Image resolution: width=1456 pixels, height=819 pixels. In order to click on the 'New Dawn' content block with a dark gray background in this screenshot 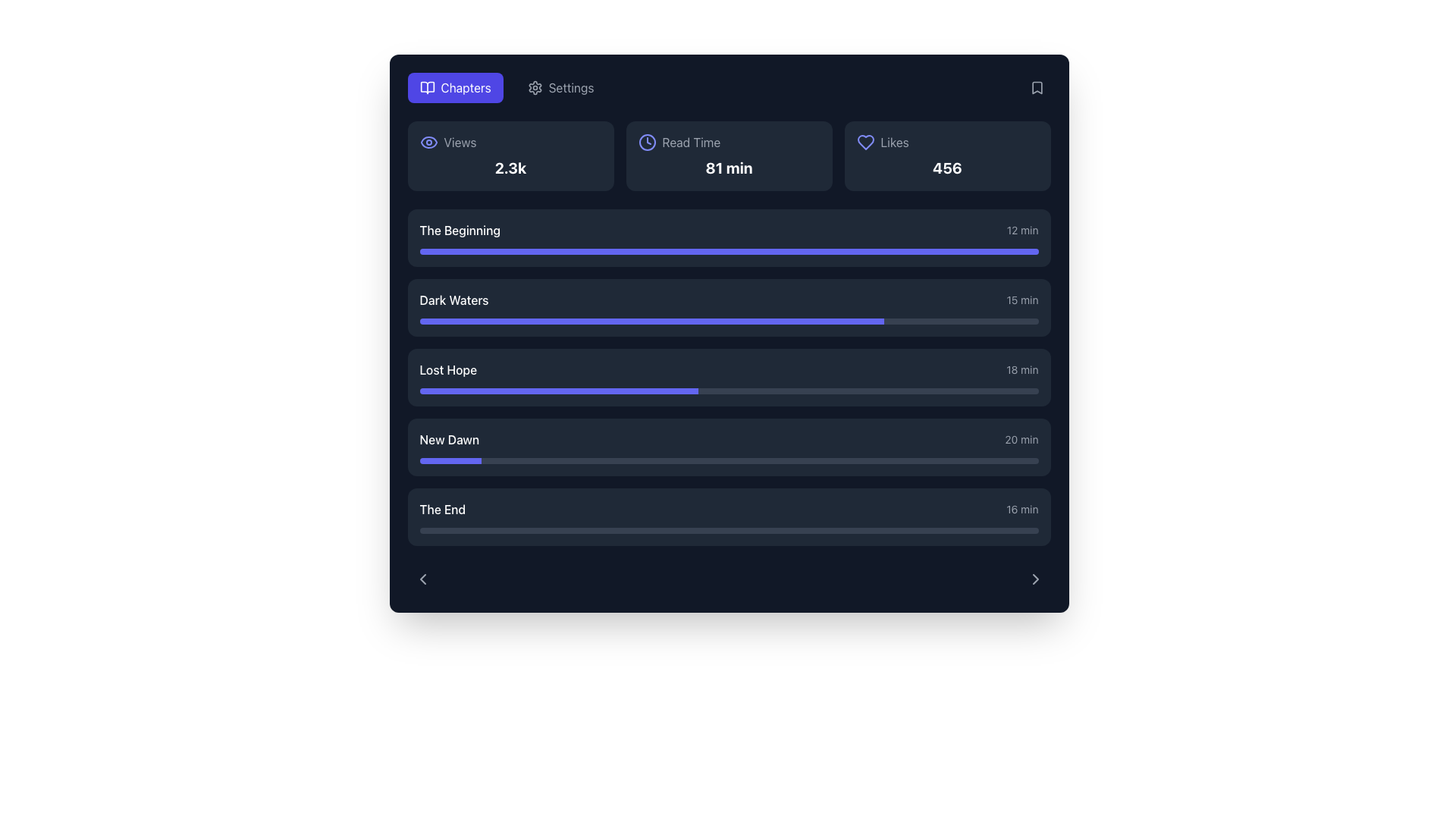, I will do `click(729, 447)`.